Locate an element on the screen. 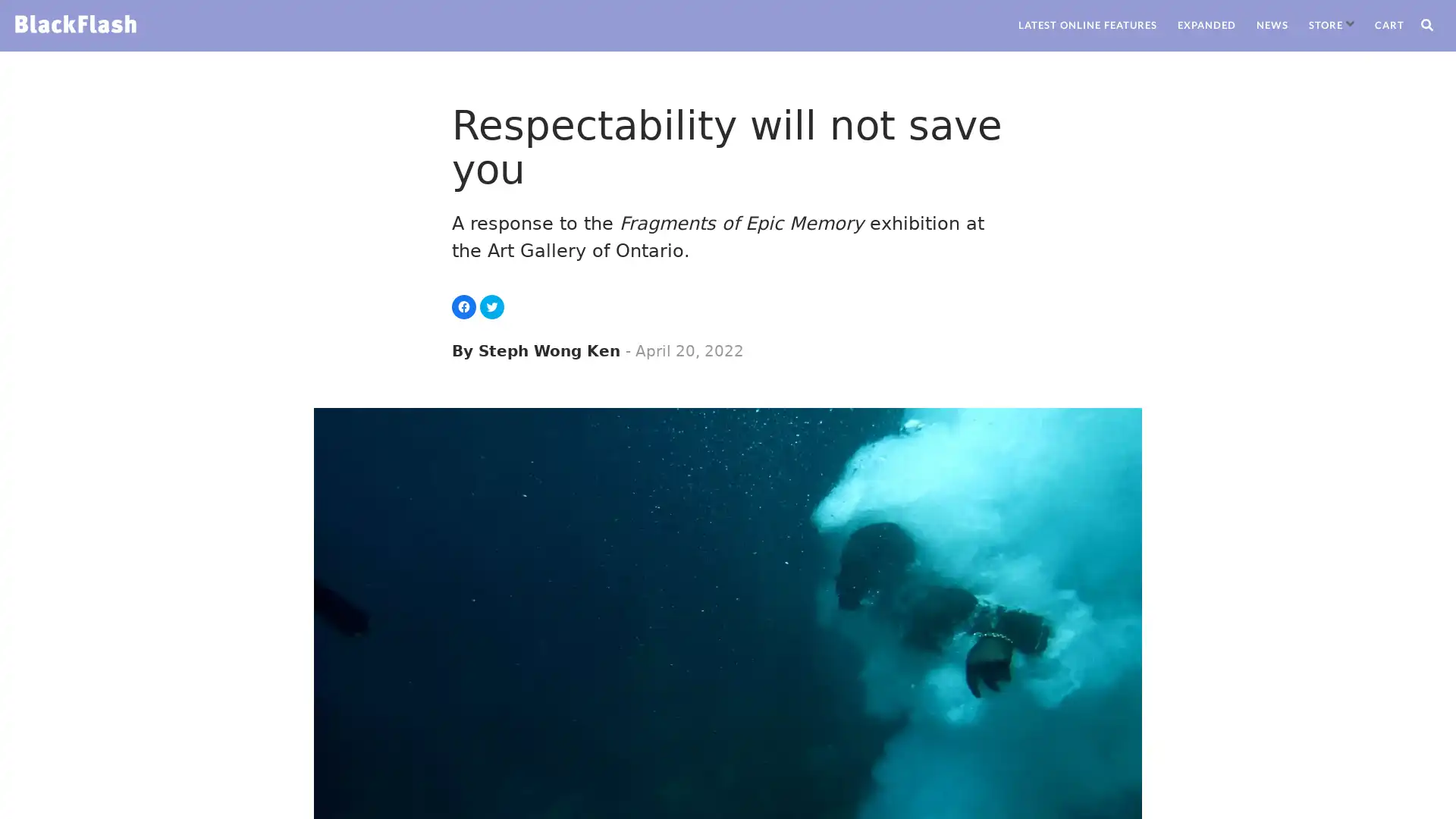 This screenshot has width=1456, height=819. open menu is located at coordinates (1350, 24).